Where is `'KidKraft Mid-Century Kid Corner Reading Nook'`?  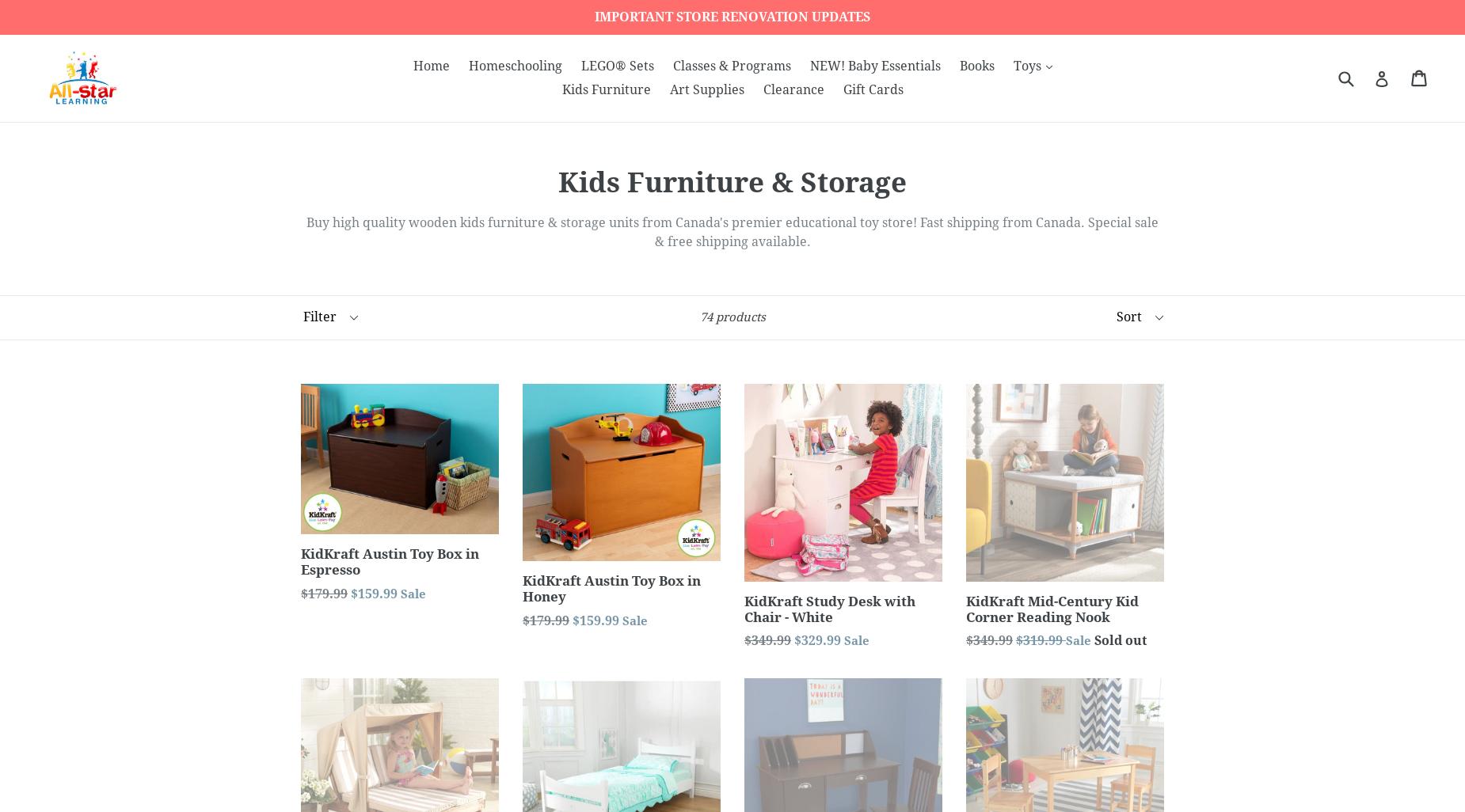 'KidKraft Mid-Century Kid Corner Reading Nook' is located at coordinates (1052, 608).